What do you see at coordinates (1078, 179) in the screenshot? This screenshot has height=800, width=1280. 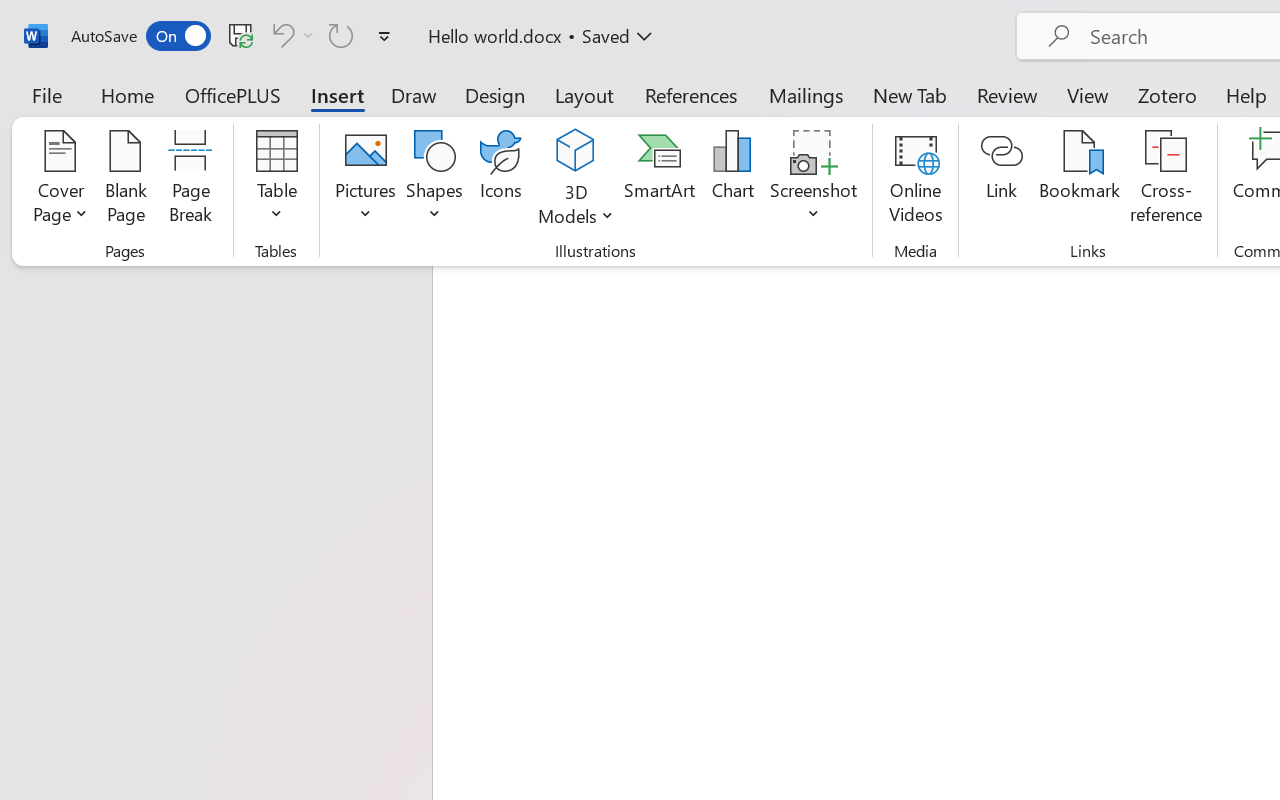 I see `'Bookmark...'` at bounding box center [1078, 179].